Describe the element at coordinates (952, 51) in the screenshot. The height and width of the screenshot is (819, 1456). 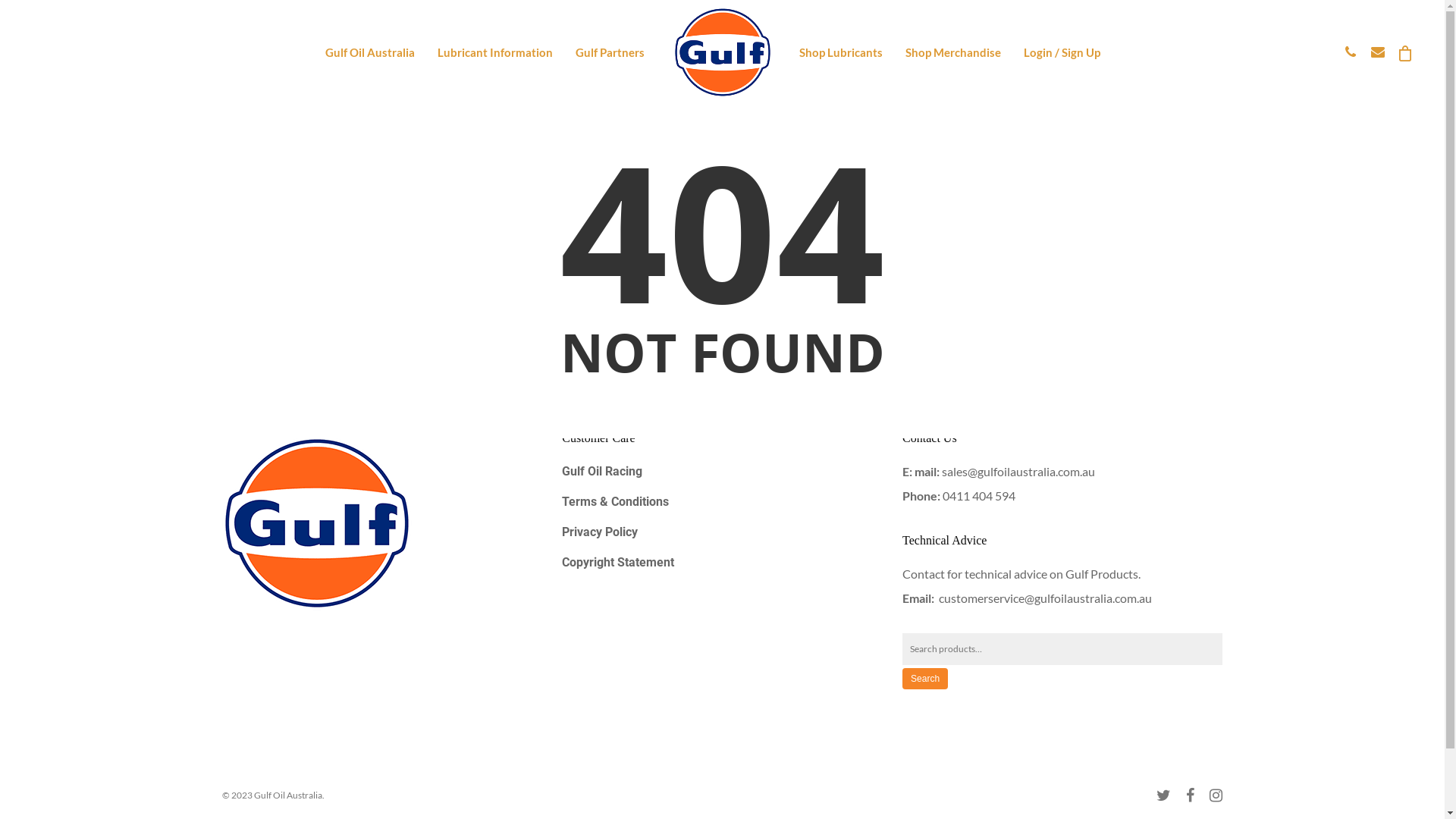
I see `'Shop Merchandise'` at that location.